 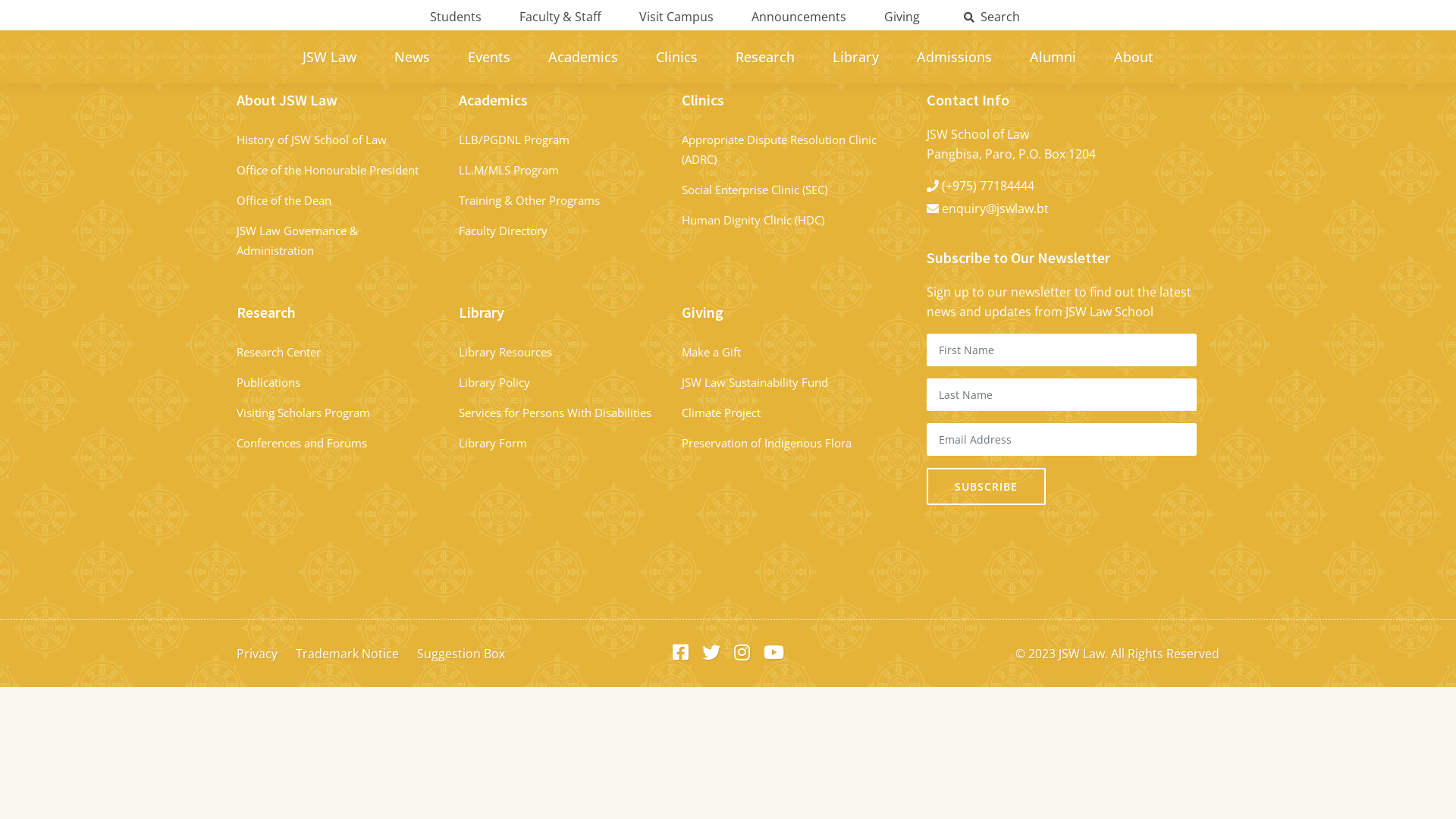 I want to click on 'Announcements', so click(x=798, y=17).